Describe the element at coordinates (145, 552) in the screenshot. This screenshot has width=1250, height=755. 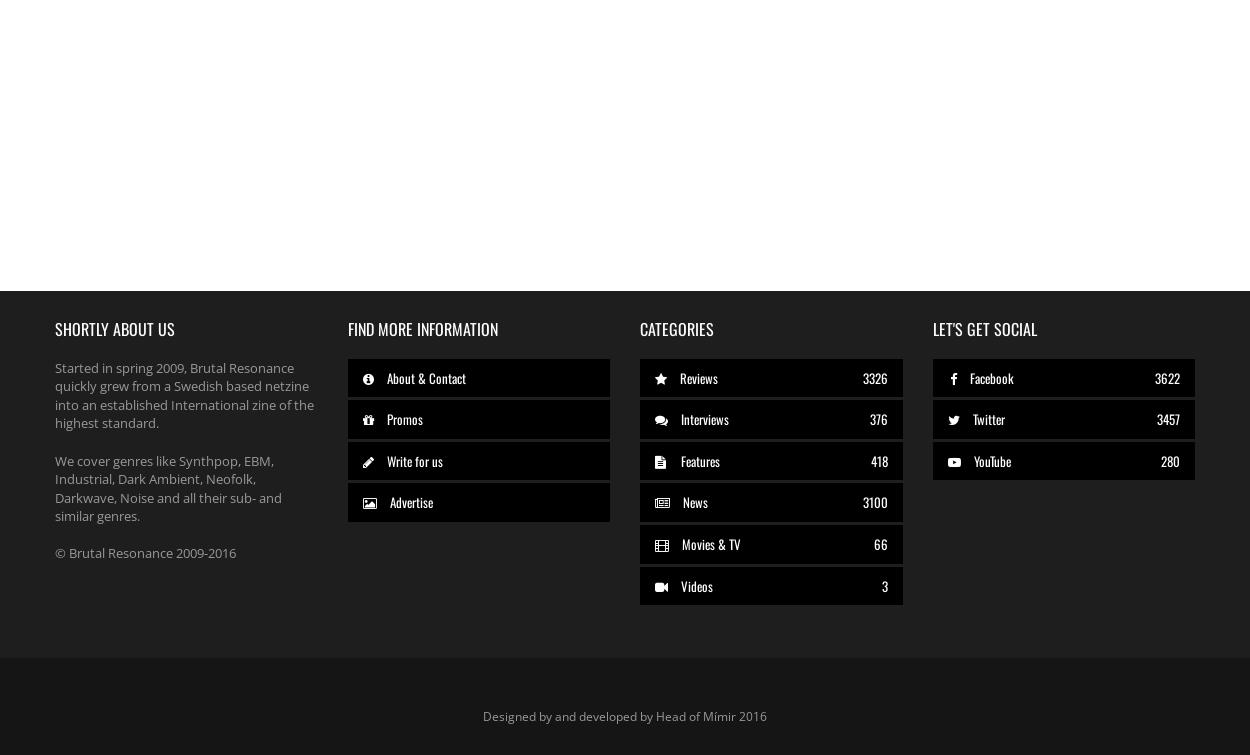
I see `'© Brutal Resonance 2009-2016'` at that location.